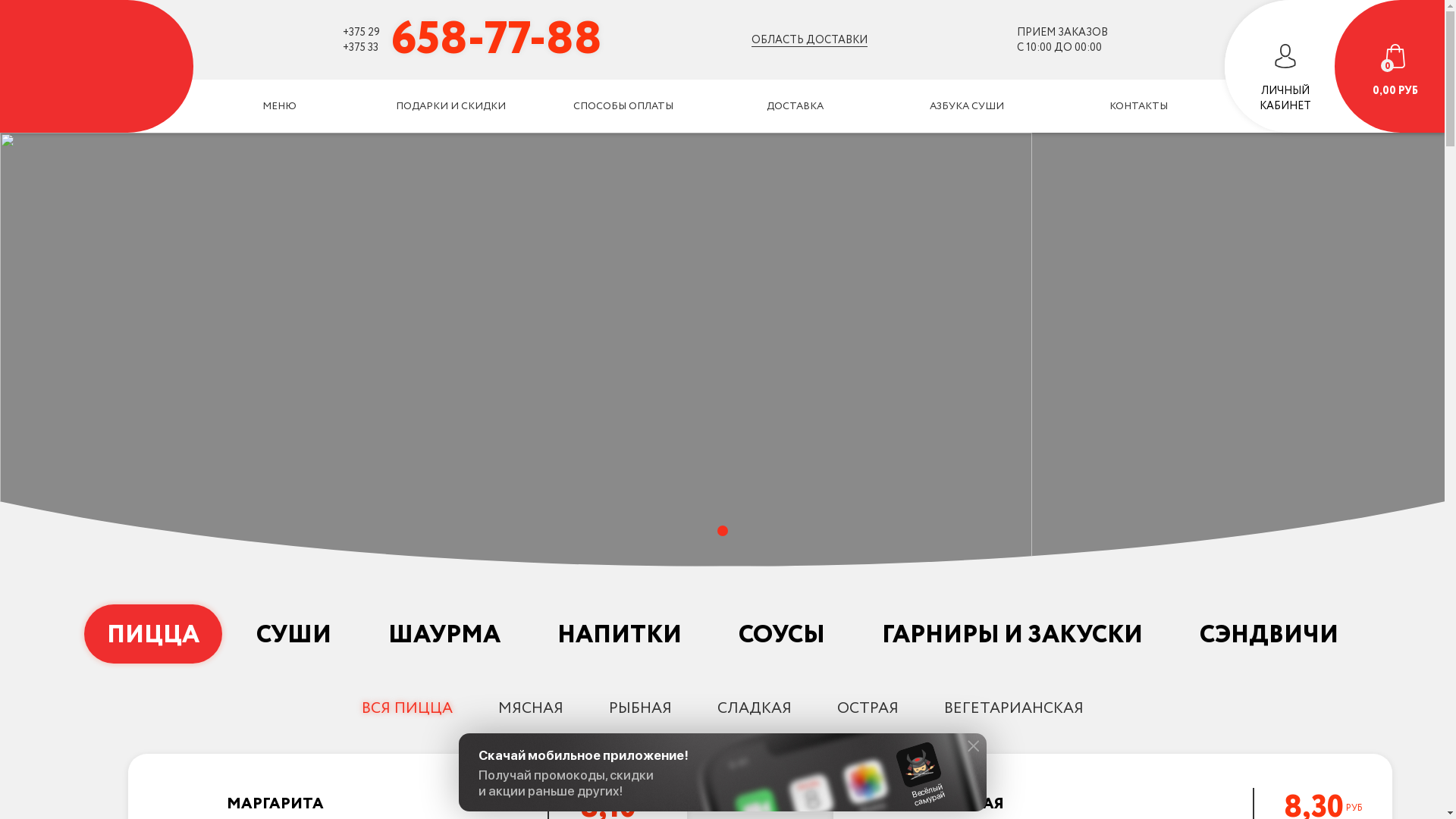 The height and width of the screenshot is (819, 1456). I want to click on '+375 33', so click(359, 45).